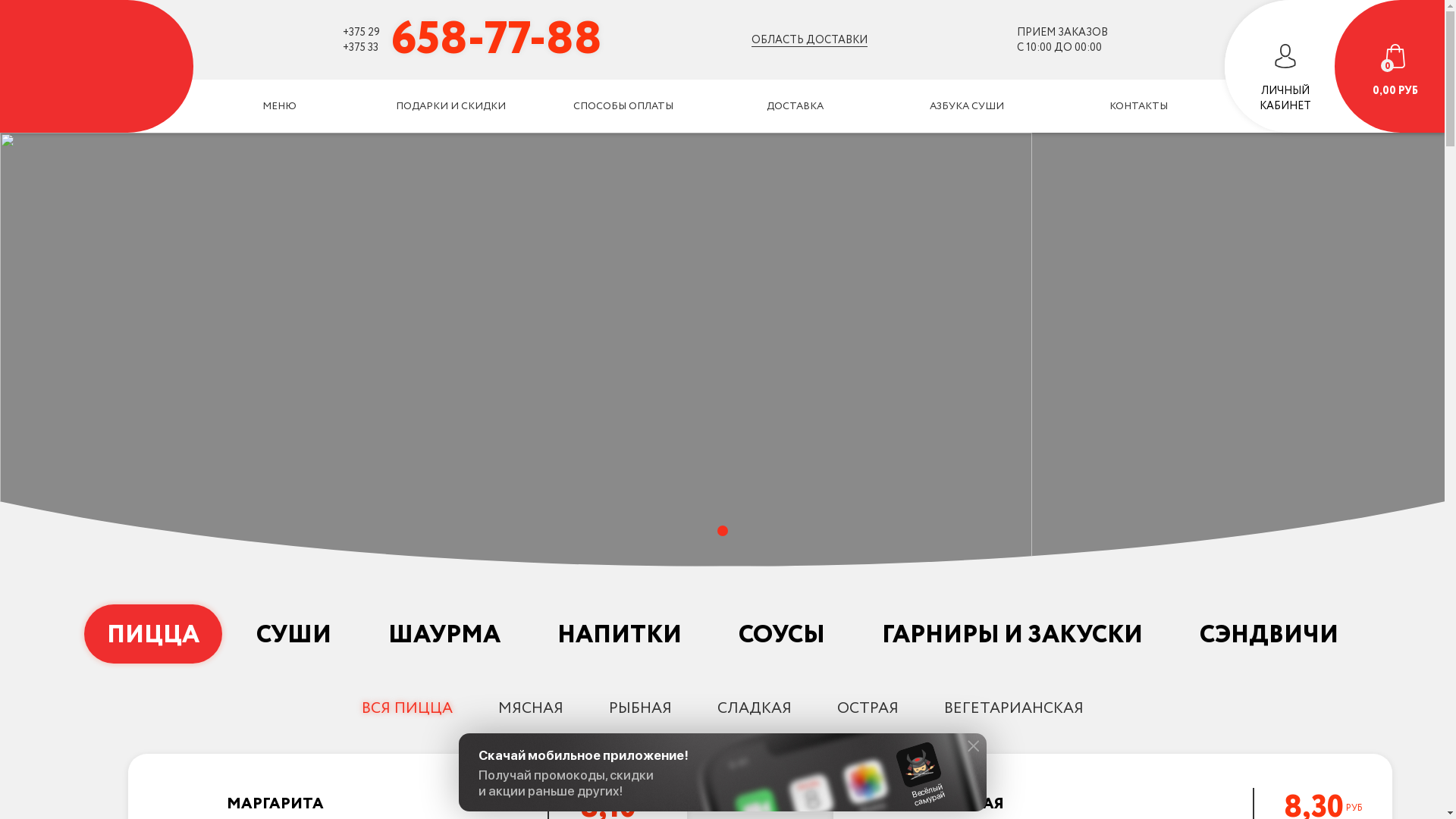 The height and width of the screenshot is (819, 1456). I want to click on '+375 33', so click(359, 45).